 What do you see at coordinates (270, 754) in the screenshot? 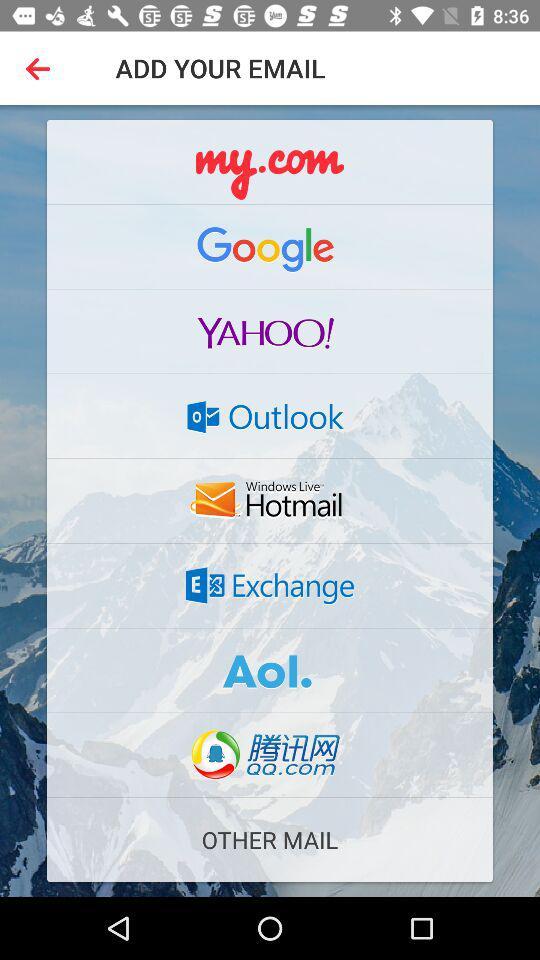
I see `the item above other mail item` at bounding box center [270, 754].